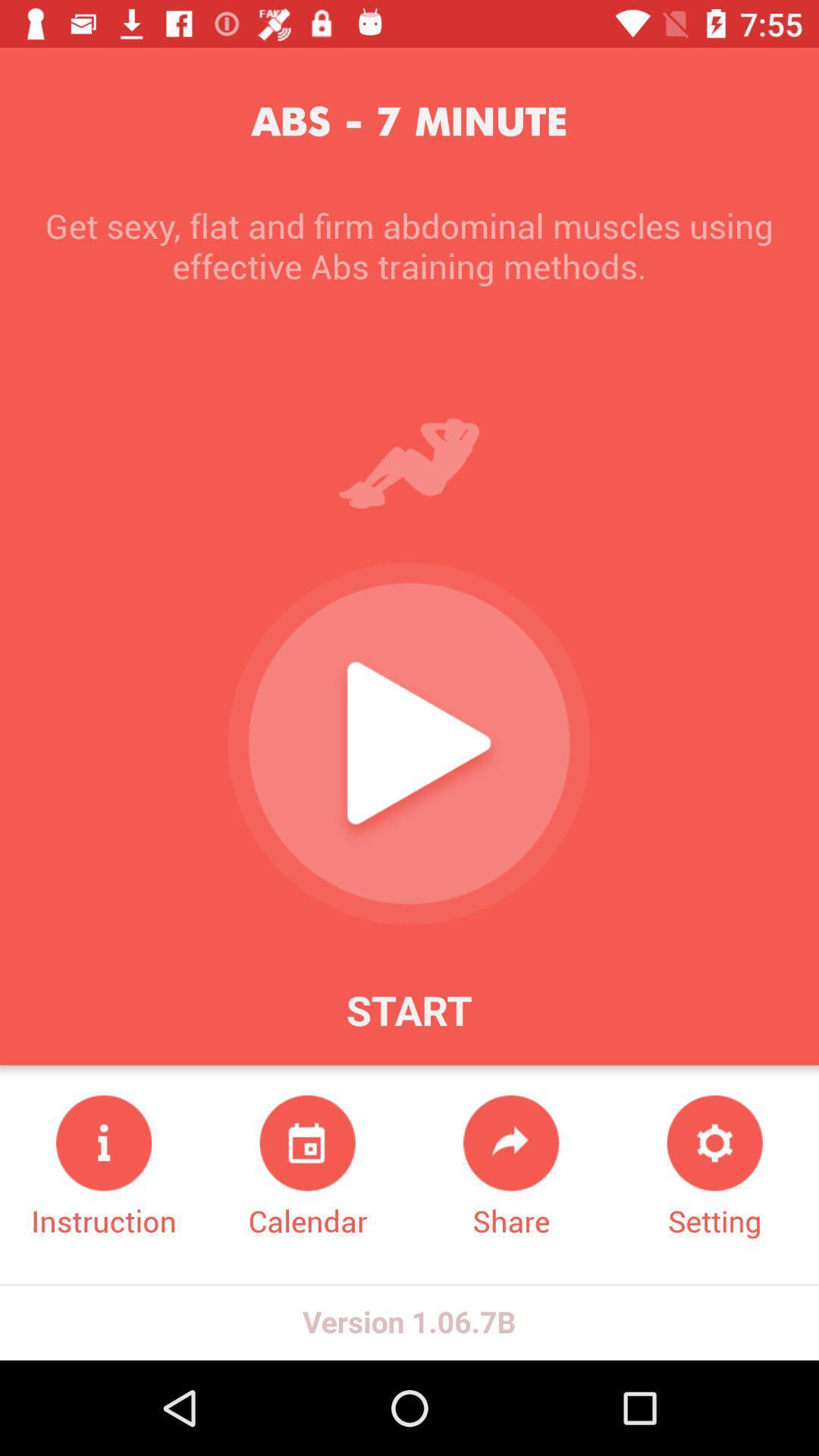 Image resolution: width=819 pixels, height=1456 pixels. Describe the element at coordinates (511, 1167) in the screenshot. I see `icon next to the setting icon` at that location.